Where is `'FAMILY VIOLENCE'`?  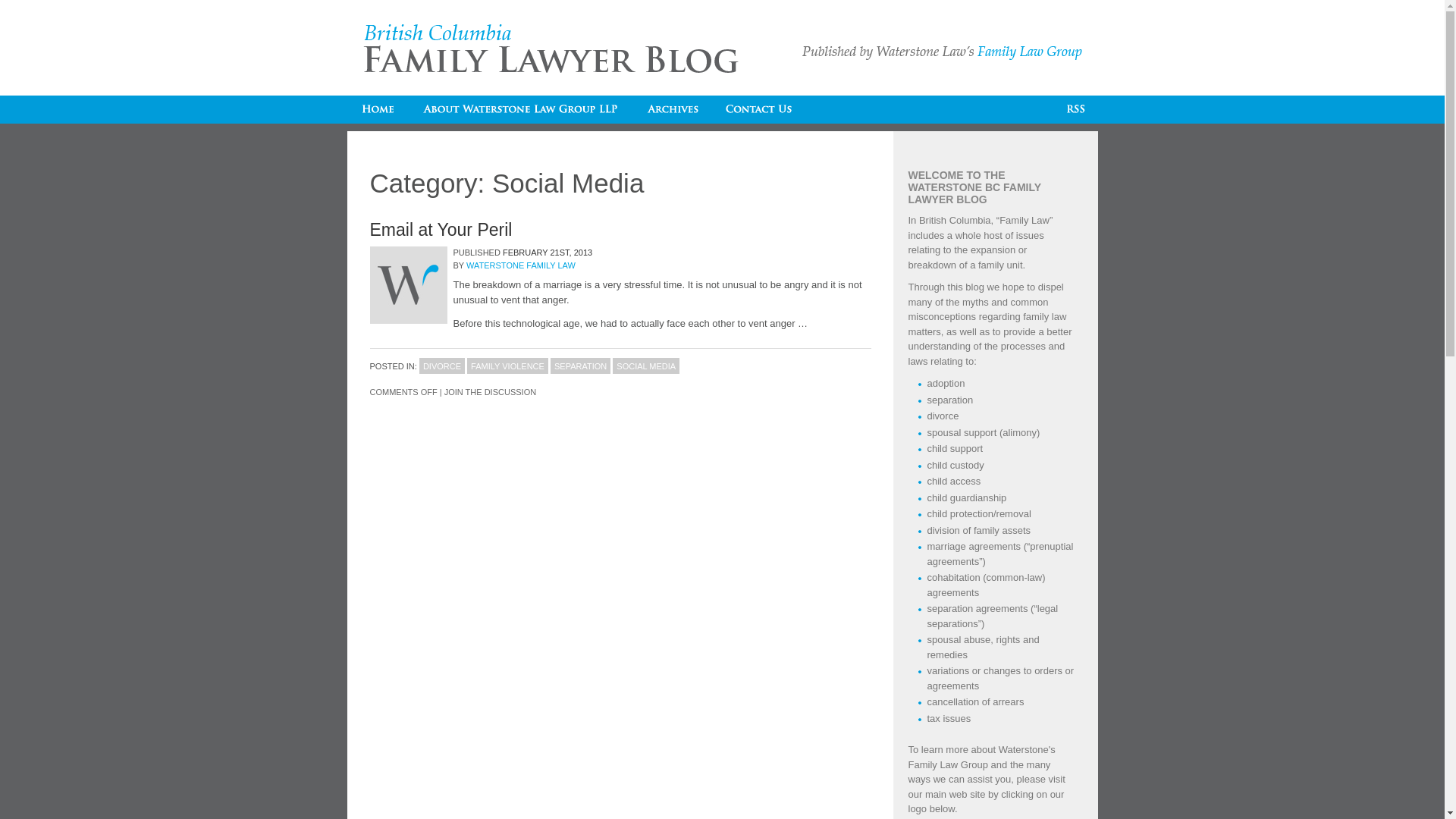
'FAMILY VIOLENCE' is located at coordinates (507, 366).